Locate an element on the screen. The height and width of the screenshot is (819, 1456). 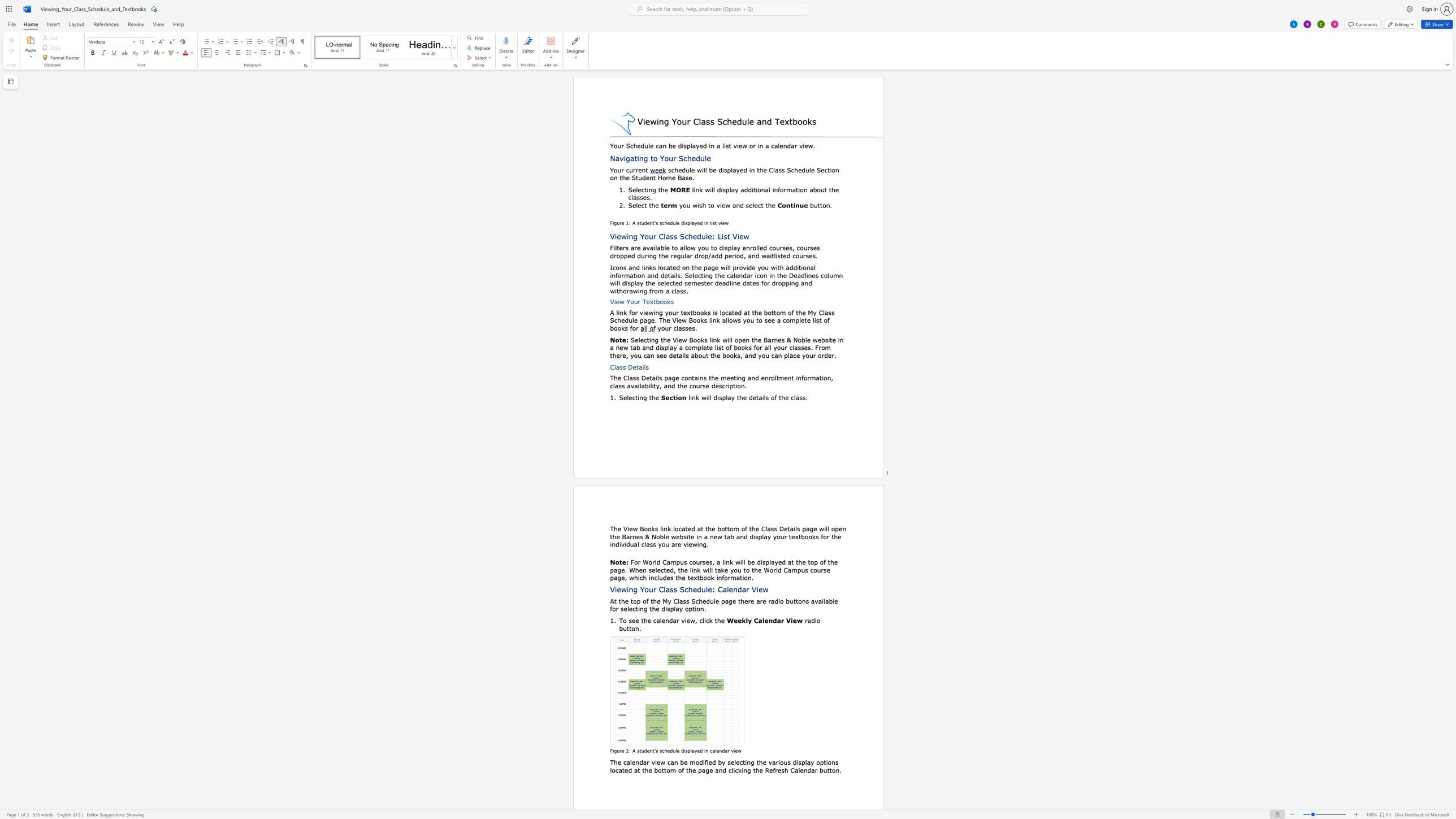
the 1th character "Y" in the text is located at coordinates (662, 158).